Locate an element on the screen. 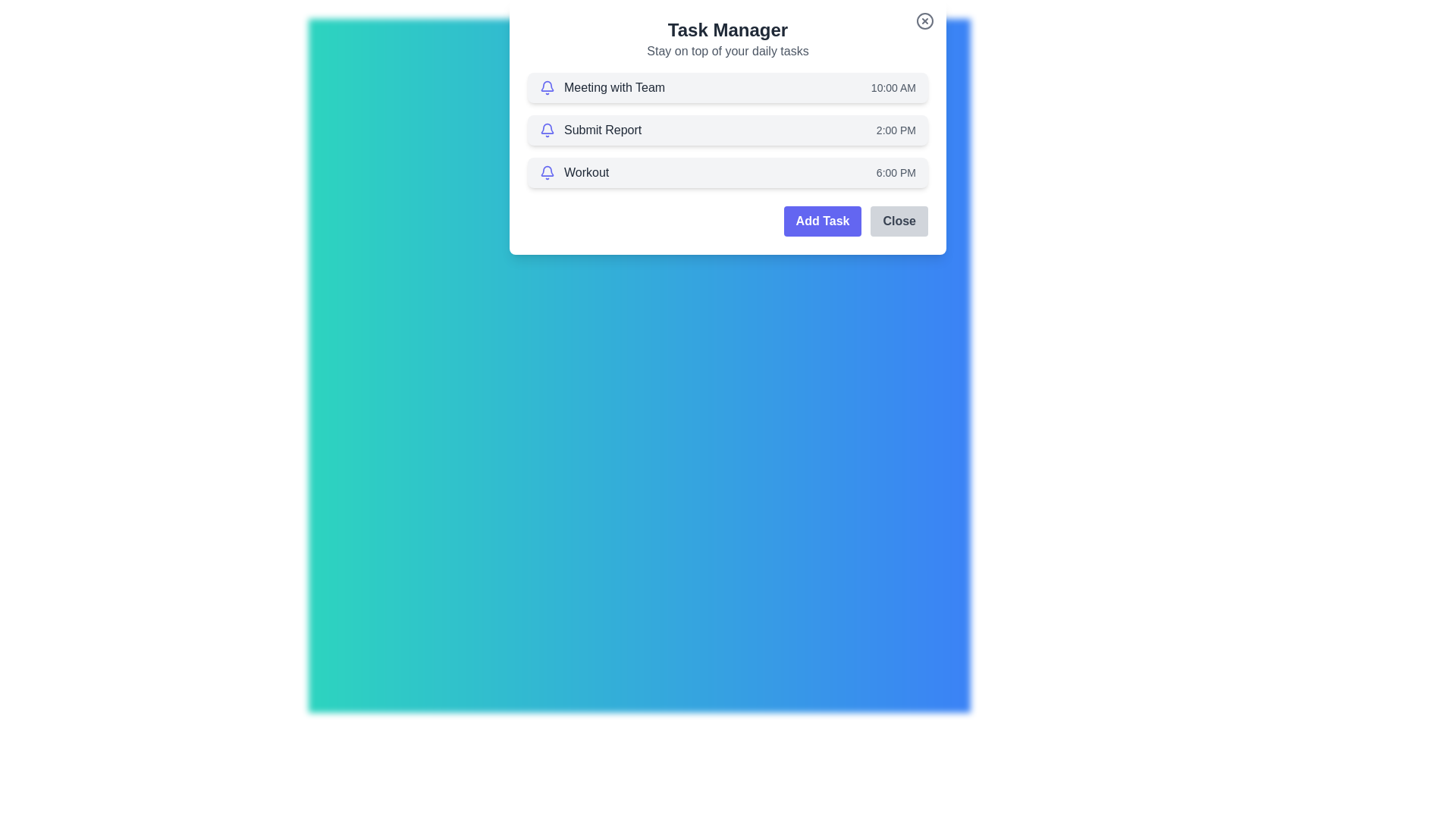  the 'Submit Report' list item is located at coordinates (590, 130).